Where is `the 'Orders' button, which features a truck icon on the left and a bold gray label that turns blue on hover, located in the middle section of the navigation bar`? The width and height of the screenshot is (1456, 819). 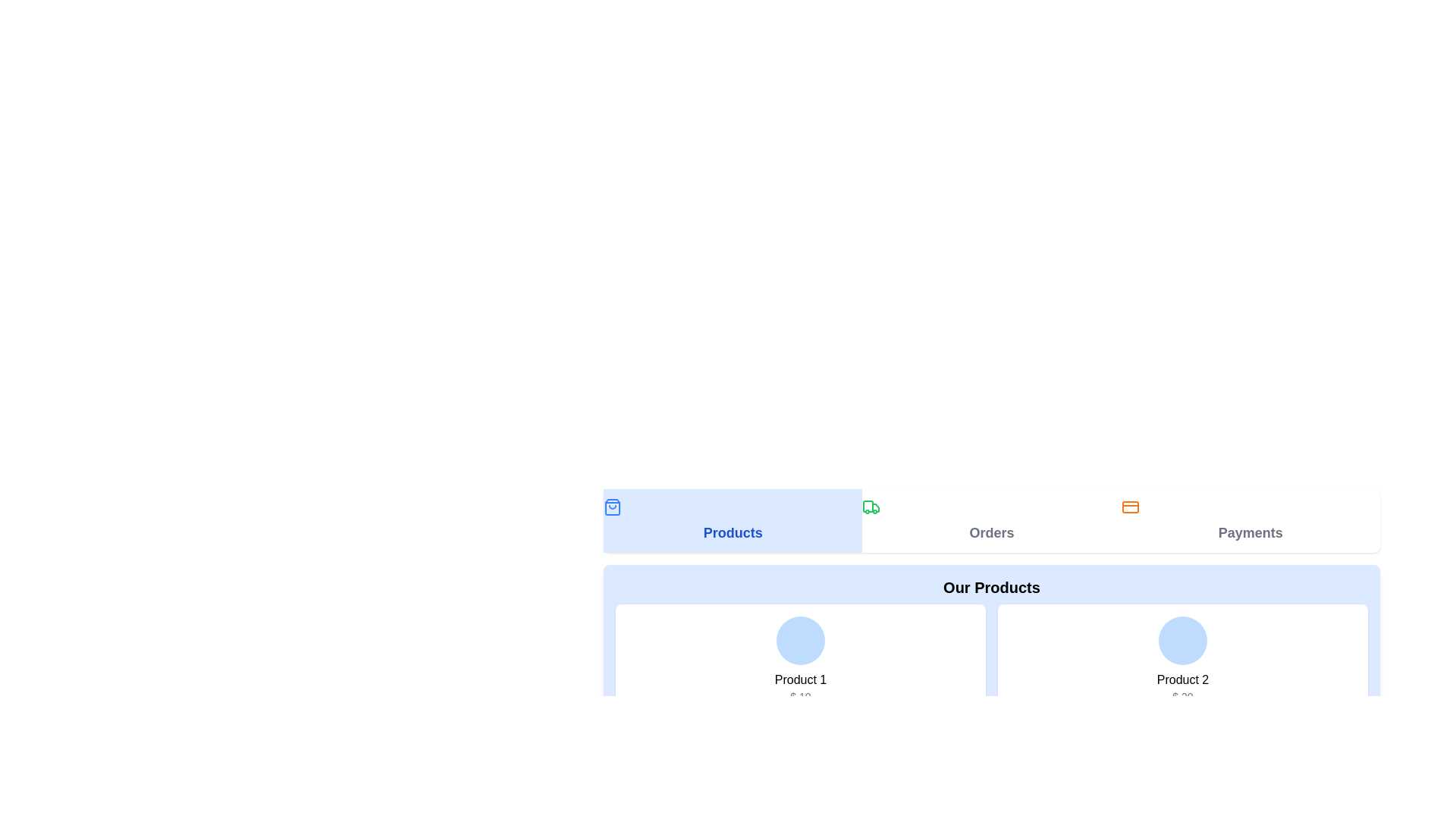
the 'Orders' button, which features a truck icon on the left and a bold gray label that turns blue on hover, located in the middle section of the navigation bar is located at coordinates (991, 519).